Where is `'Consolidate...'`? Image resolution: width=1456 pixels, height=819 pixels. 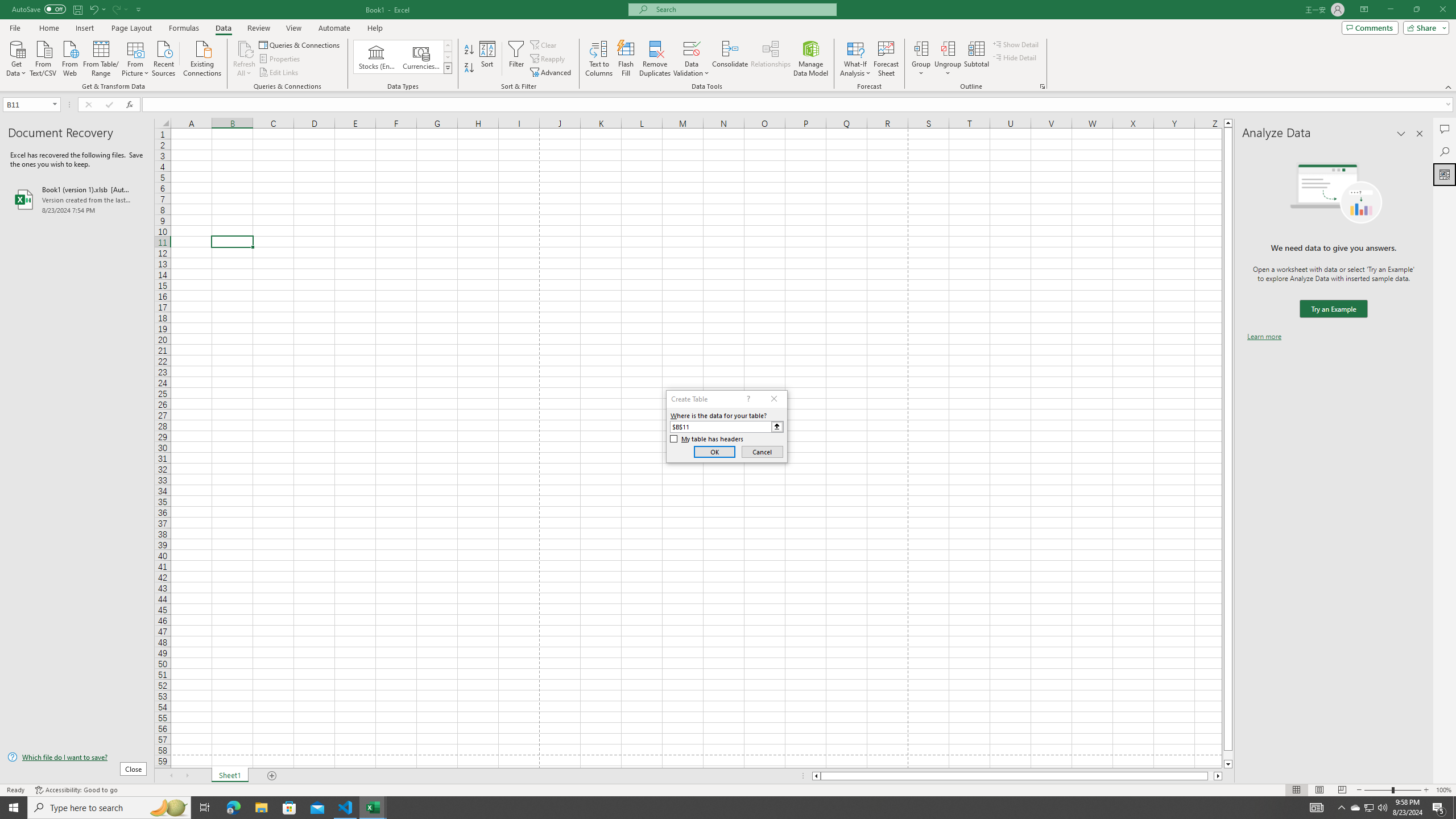
'Consolidate...' is located at coordinates (730, 59).